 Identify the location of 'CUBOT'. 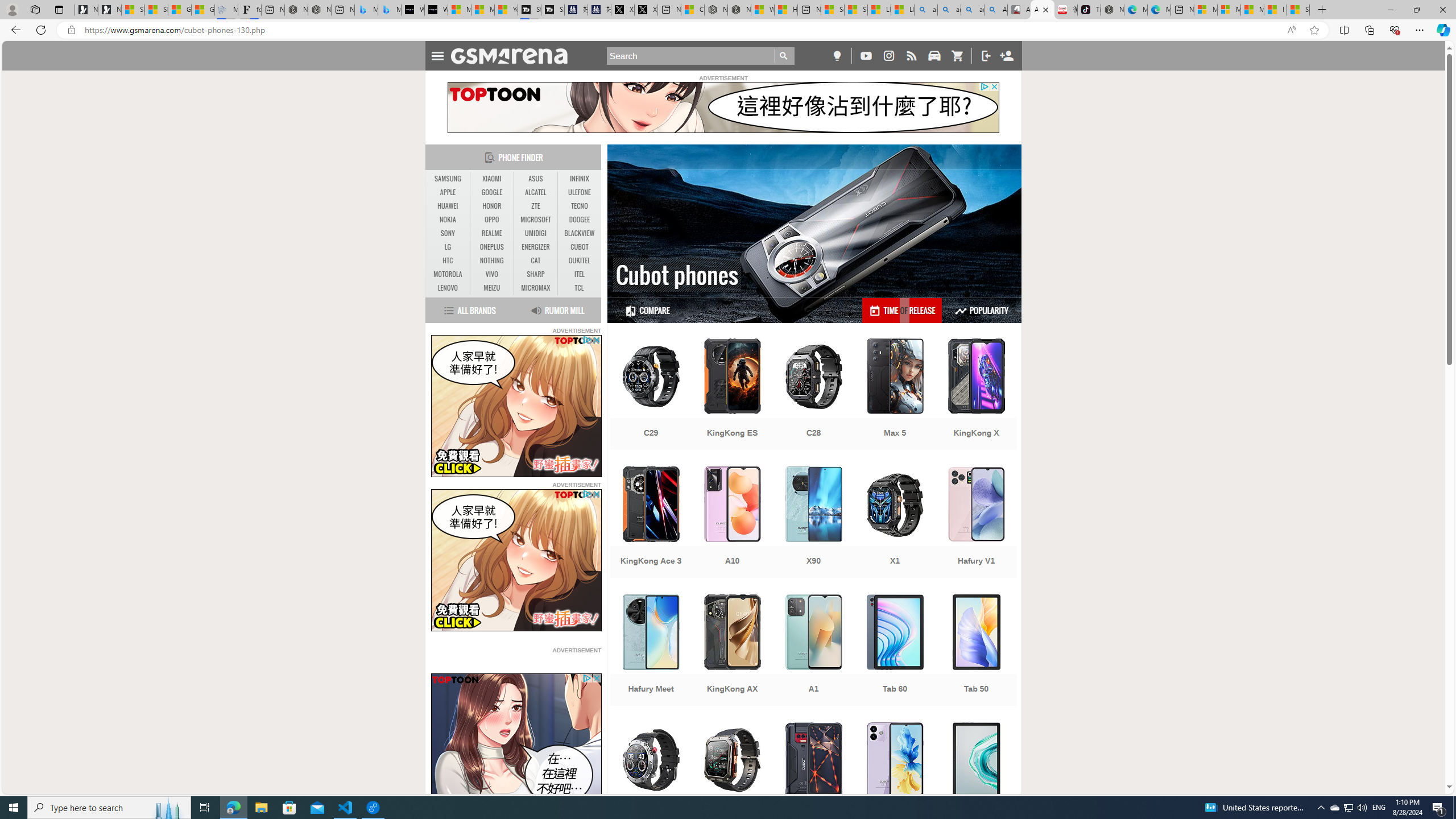
(579, 246).